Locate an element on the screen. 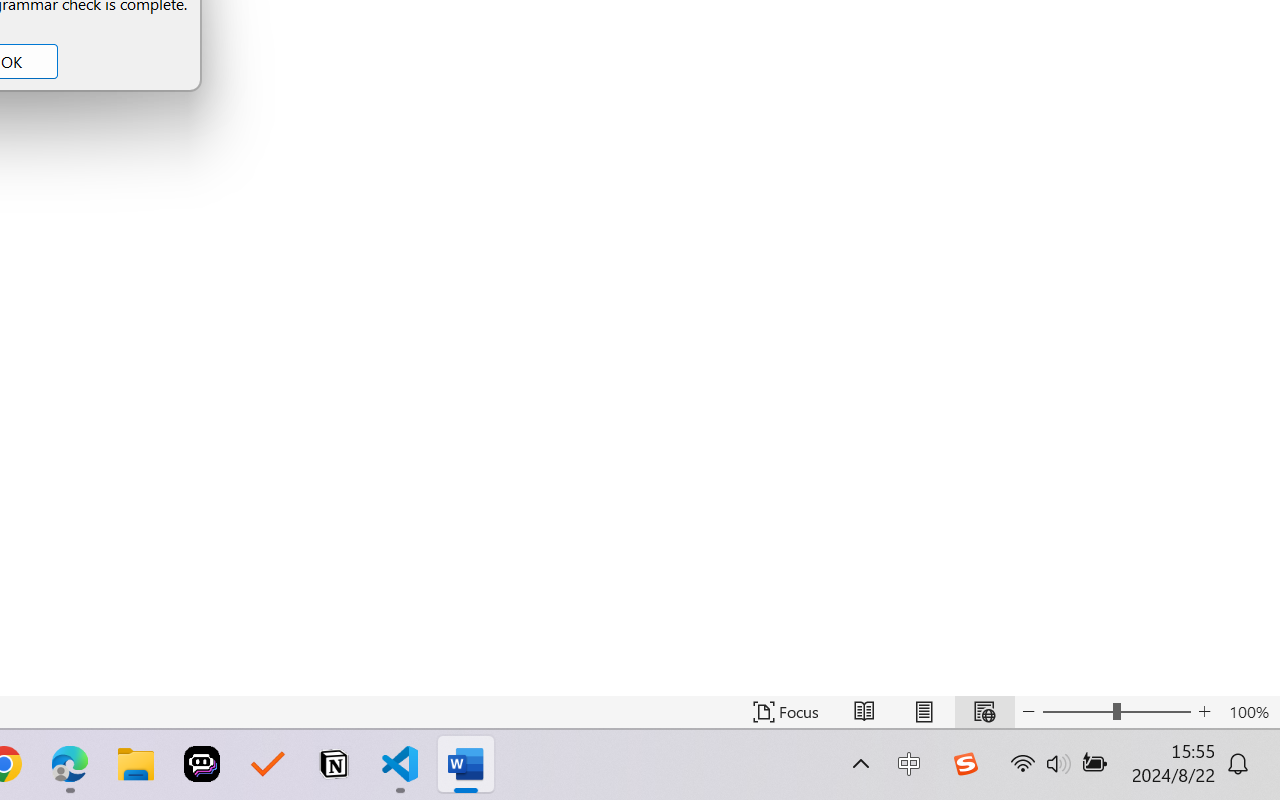 The height and width of the screenshot is (800, 1280). 'Read Mode' is located at coordinates (864, 711).